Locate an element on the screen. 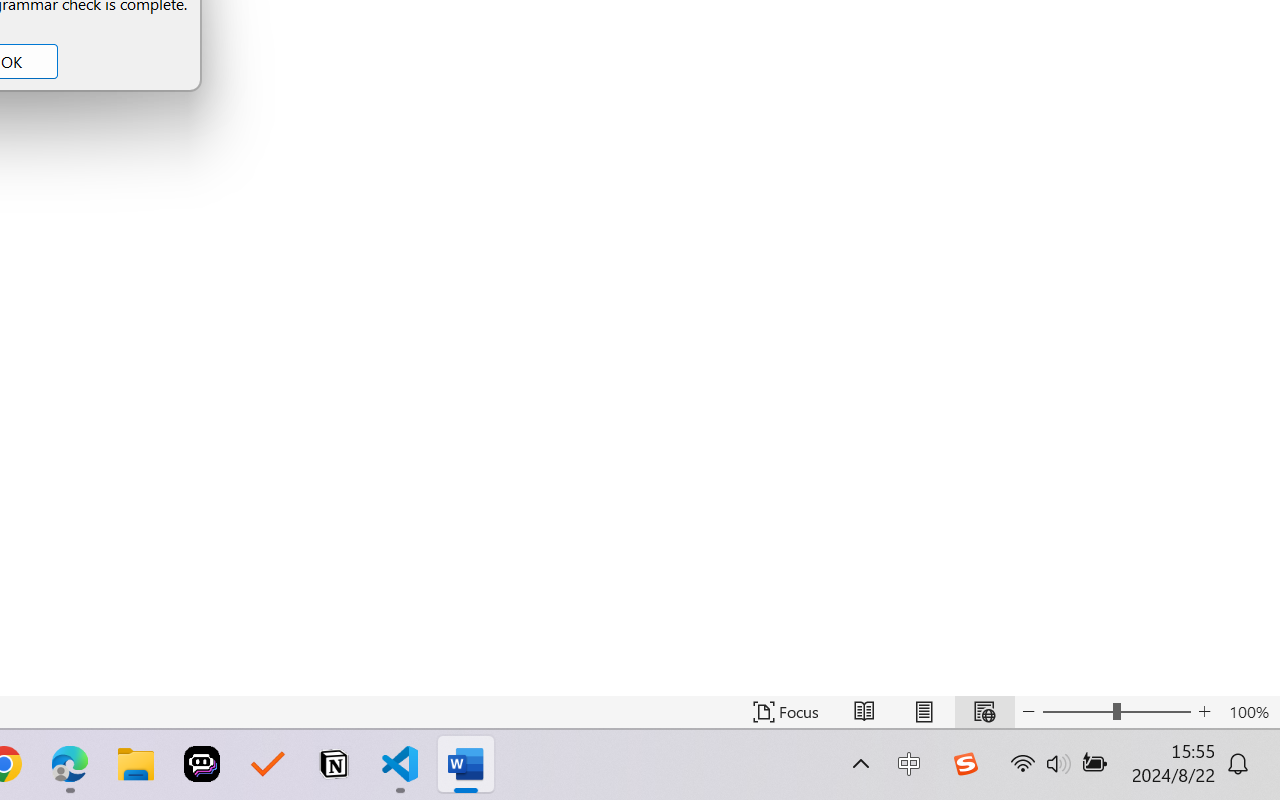 The height and width of the screenshot is (800, 1280). 'Read Mode' is located at coordinates (864, 711).